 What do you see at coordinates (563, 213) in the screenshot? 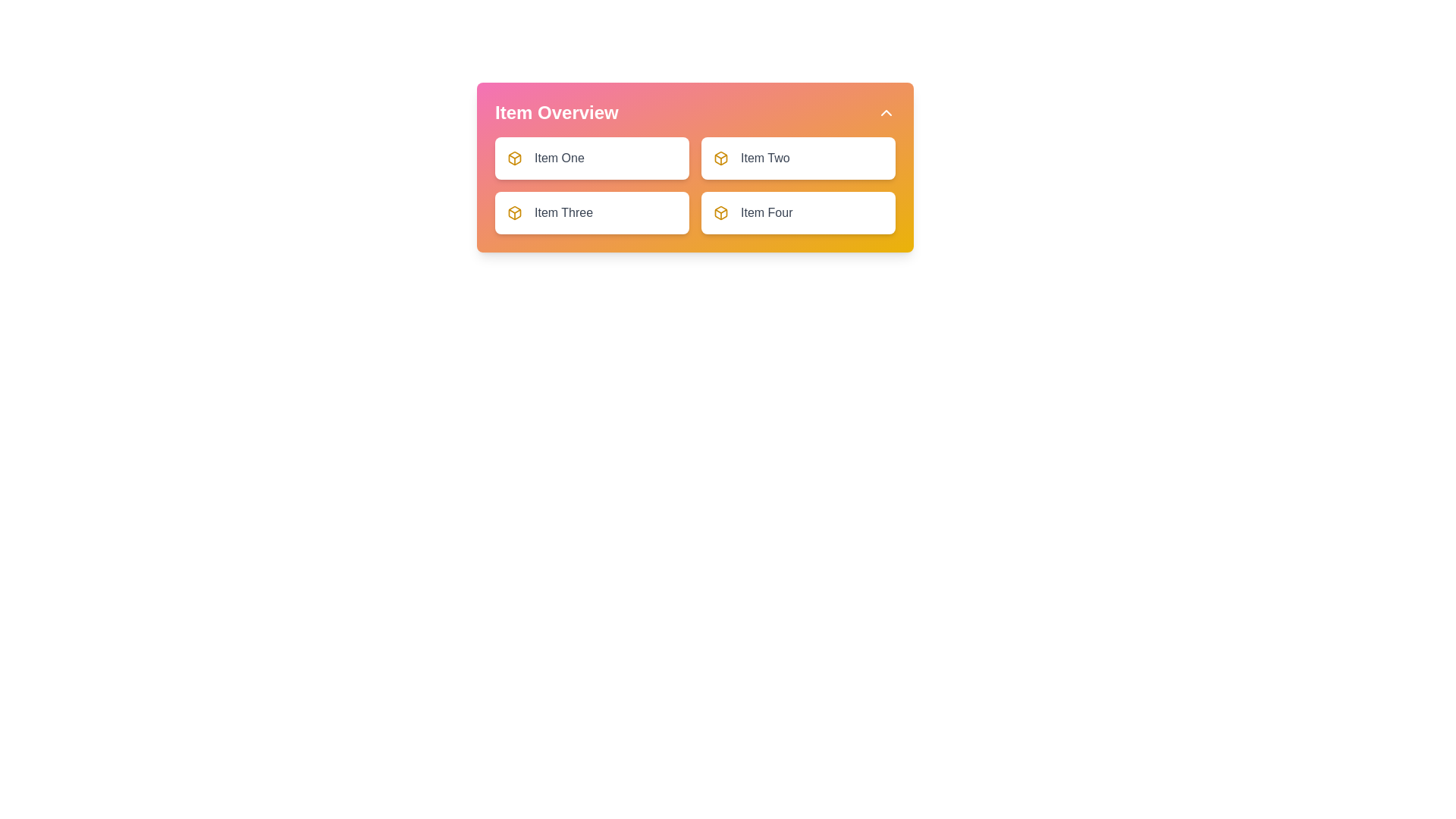
I see `the Text label element displaying 'Item Three' in a medium gray font, located in the lower-left section of the 'Item Overview' grid` at bounding box center [563, 213].